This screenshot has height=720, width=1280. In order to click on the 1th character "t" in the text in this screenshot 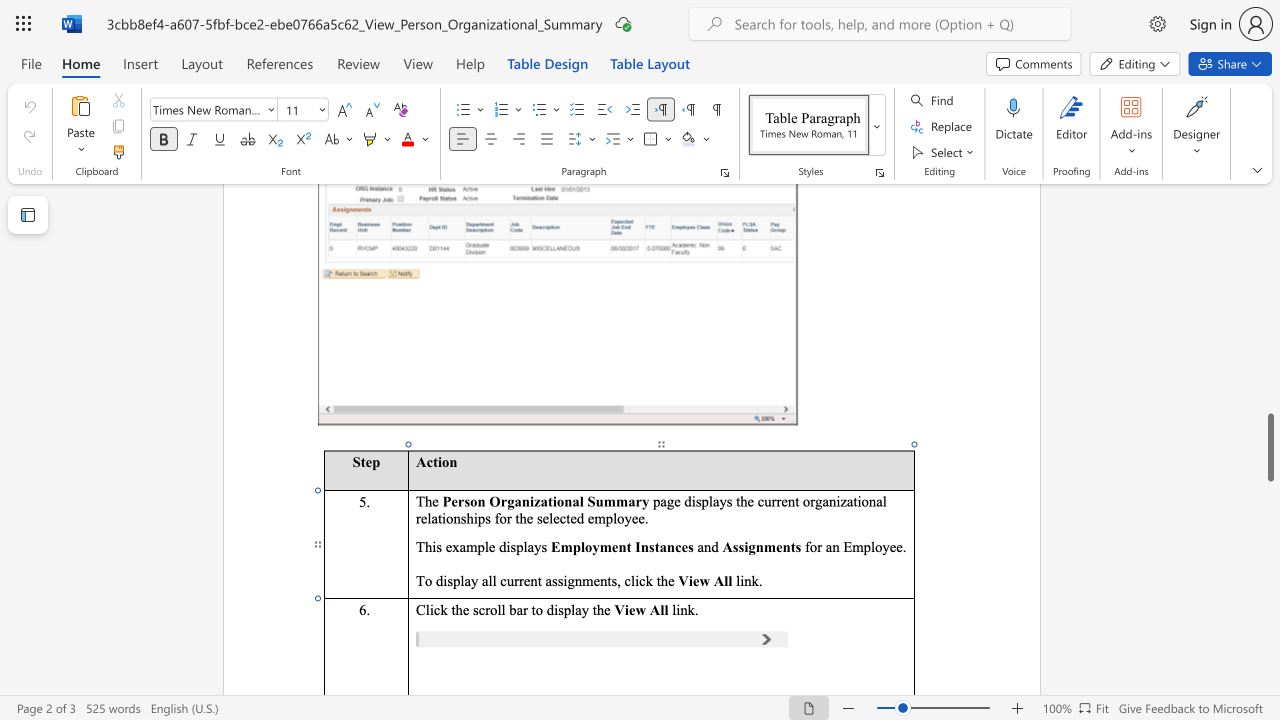, I will do `click(627, 547)`.